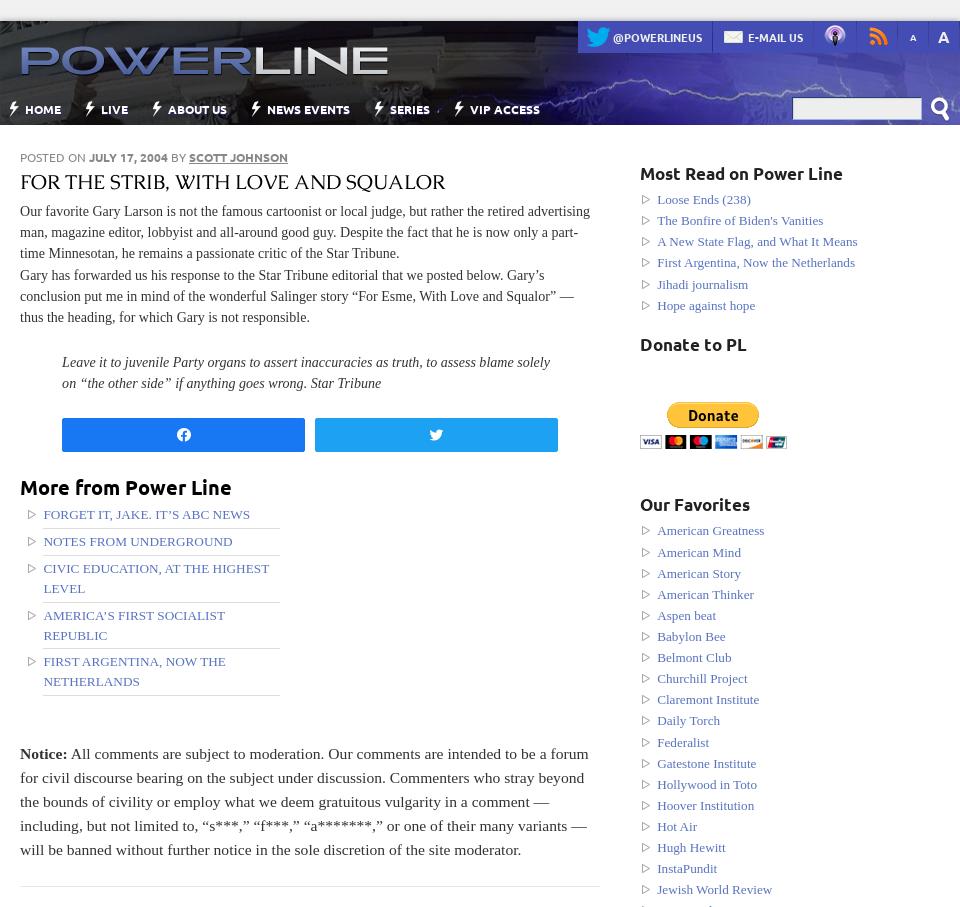 The height and width of the screenshot is (907, 960). I want to click on 'by', so click(177, 157).